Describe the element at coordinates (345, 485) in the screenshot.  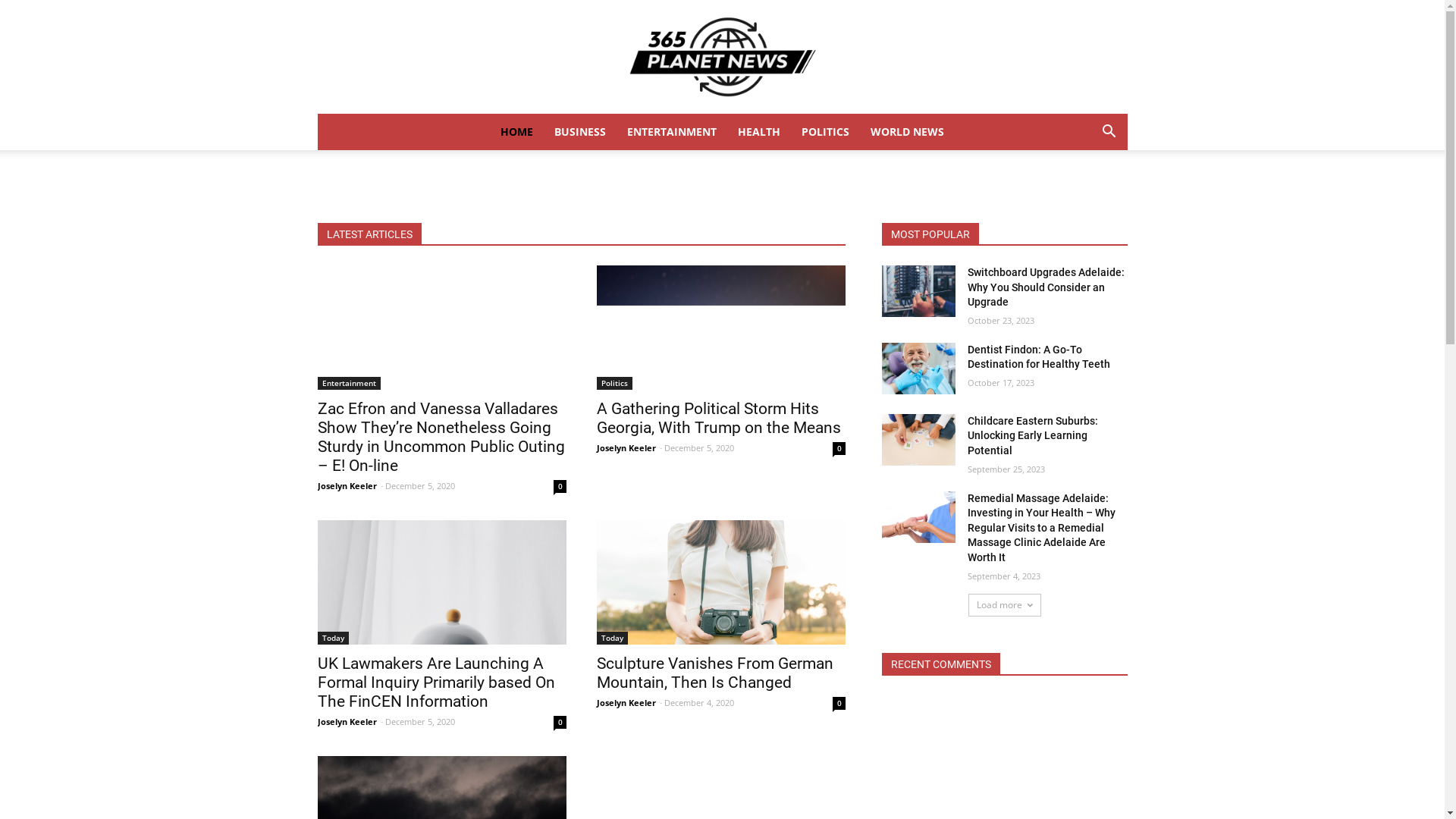
I see `'Joselyn Keeler'` at that location.